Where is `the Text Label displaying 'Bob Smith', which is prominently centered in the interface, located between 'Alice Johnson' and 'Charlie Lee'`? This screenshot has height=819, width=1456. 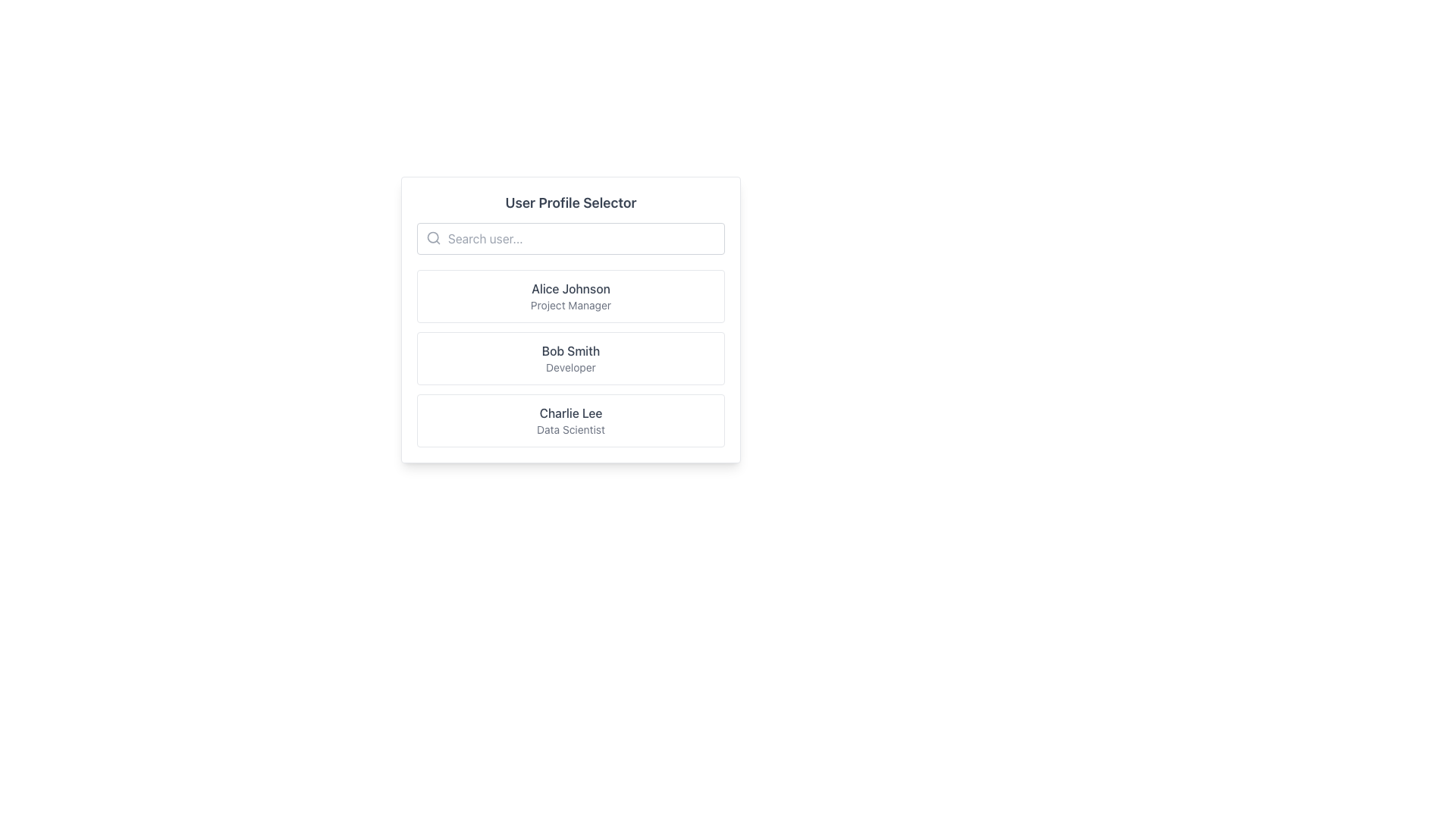
the Text Label displaying 'Bob Smith', which is prominently centered in the interface, located between 'Alice Johnson' and 'Charlie Lee' is located at coordinates (570, 350).